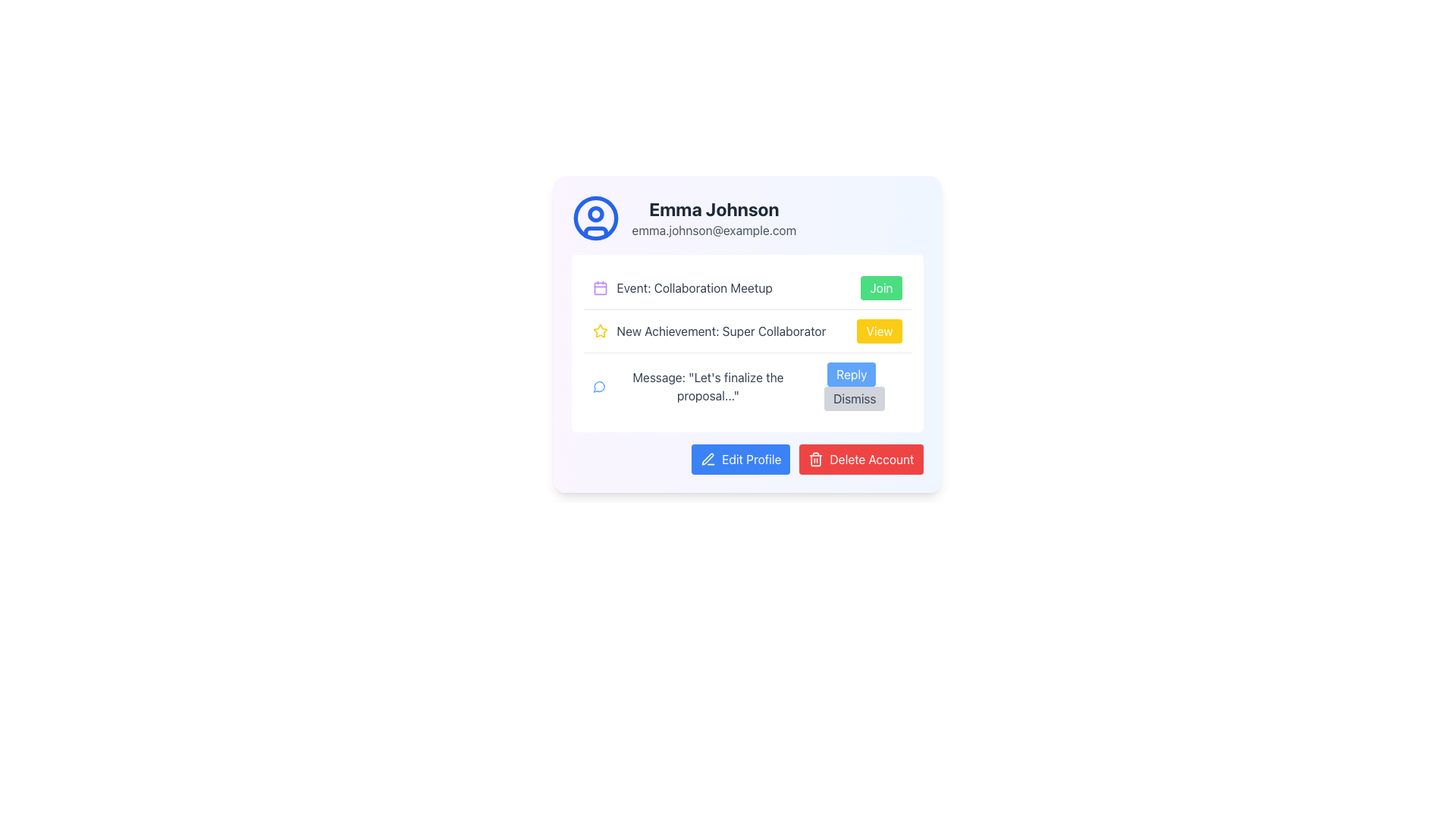 The width and height of the screenshot is (1456, 819). I want to click on achievement message from the informational label titled 'Super Collaborator', located under the header 'Emma Johnson' in the middle panel of the UI card layout, so click(708, 330).